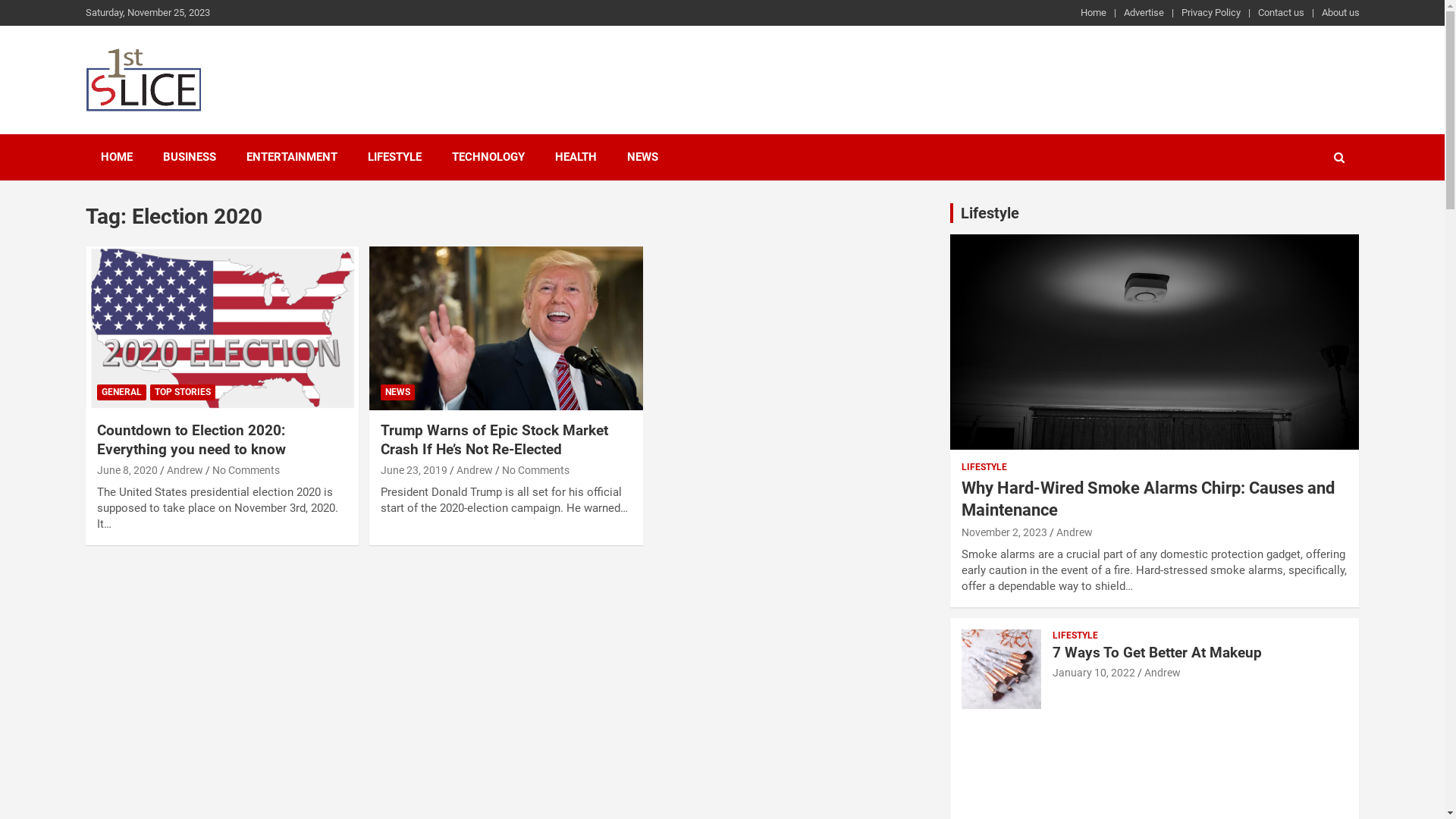 Image resolution: width=1456 pixels, height=819 pixels. What do you see at coordinates (1160, 672) in the screenshot?
I see `'Andrew'` at bounding box center [1160, 672].